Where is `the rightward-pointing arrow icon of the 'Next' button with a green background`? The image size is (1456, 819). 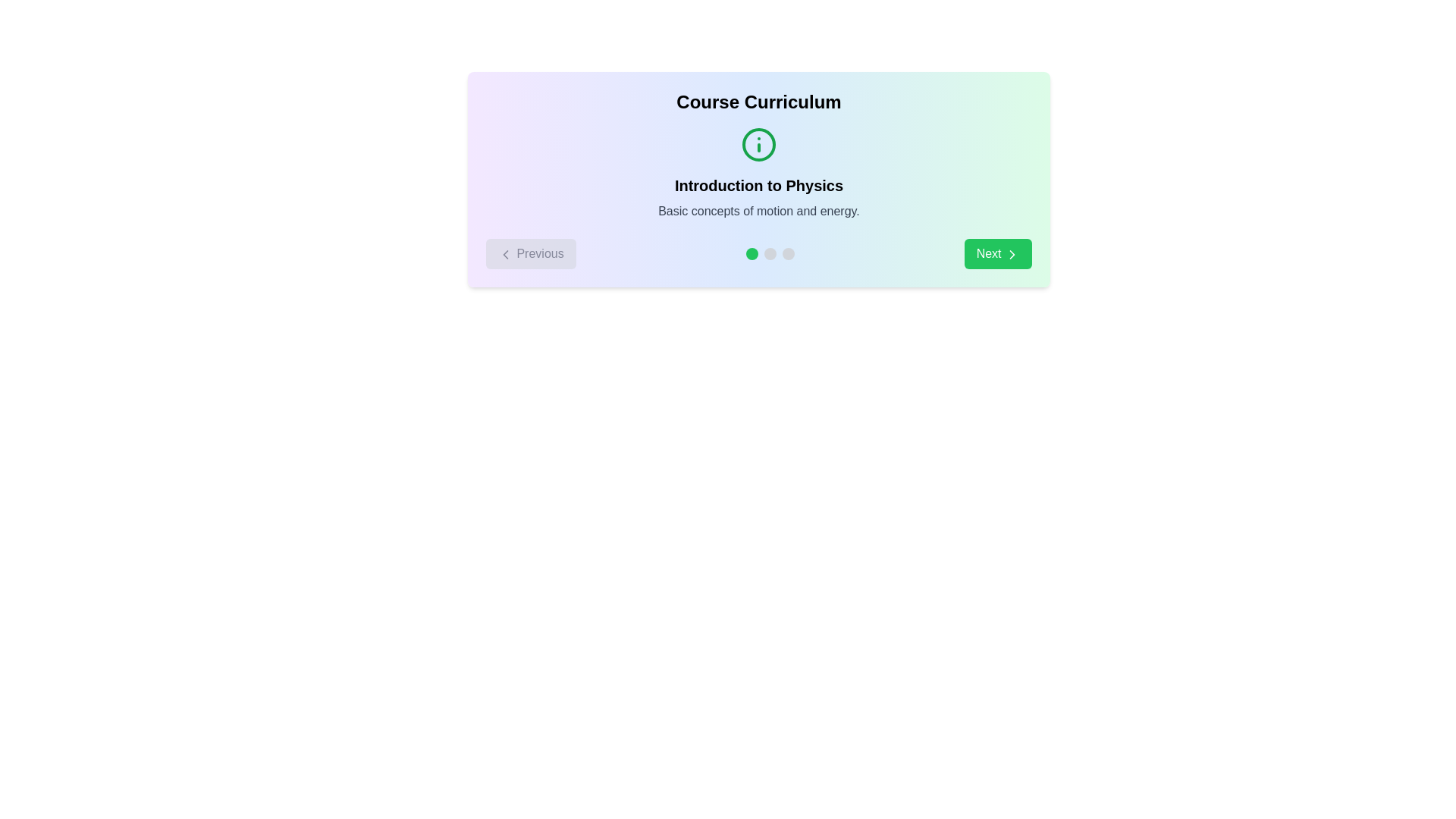
the rightward-pointing arrow icon of the 'Next' button with a green background is located at coordinates (1012, 253).